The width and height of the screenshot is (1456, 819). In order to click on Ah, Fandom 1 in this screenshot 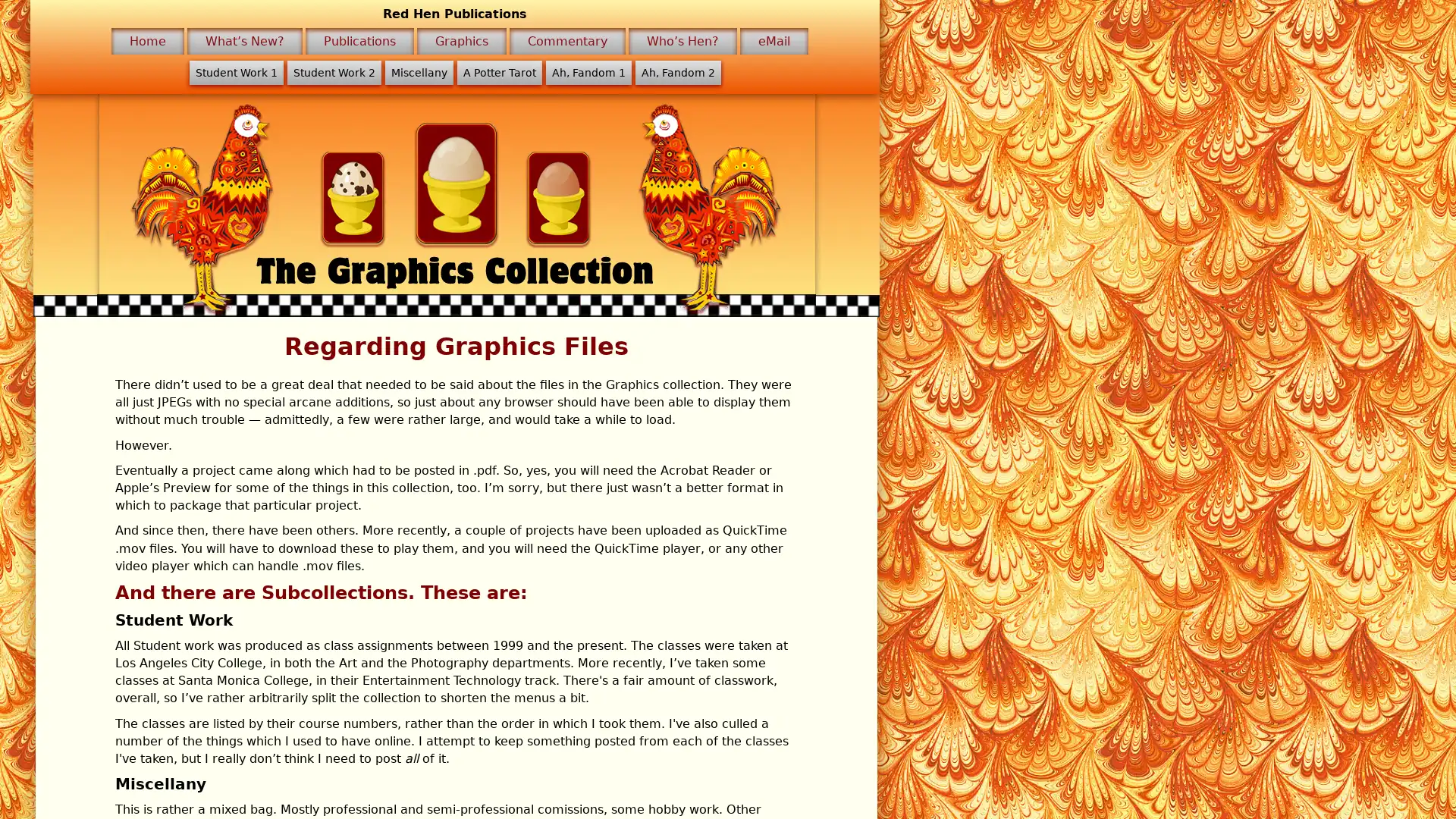, I will do `click(587, 73)`.